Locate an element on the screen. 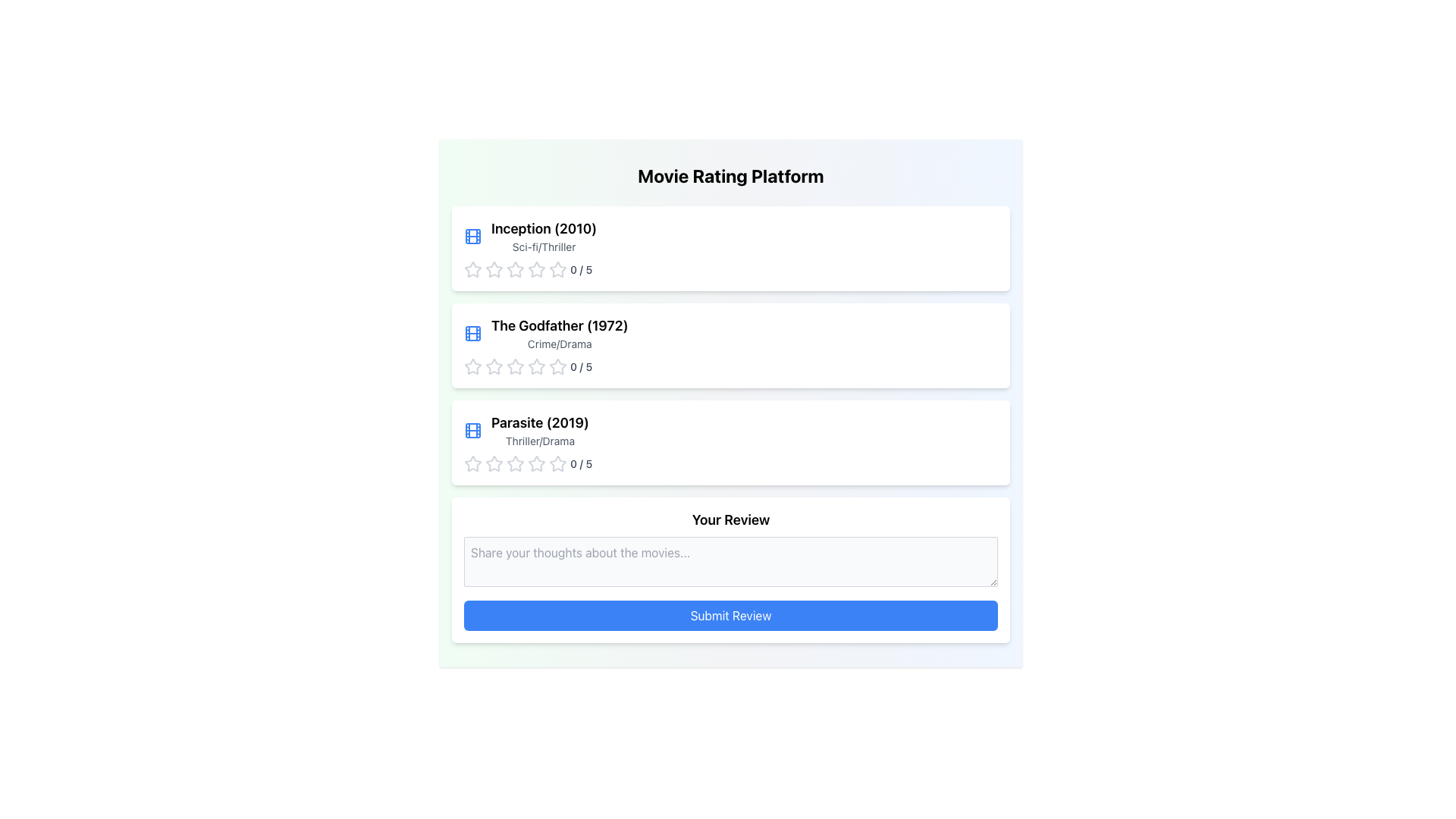  the fifth outlined gray star icon to assign a rating under the 'Parasite (2019)' movie entry is located at coordinates (557, 463).